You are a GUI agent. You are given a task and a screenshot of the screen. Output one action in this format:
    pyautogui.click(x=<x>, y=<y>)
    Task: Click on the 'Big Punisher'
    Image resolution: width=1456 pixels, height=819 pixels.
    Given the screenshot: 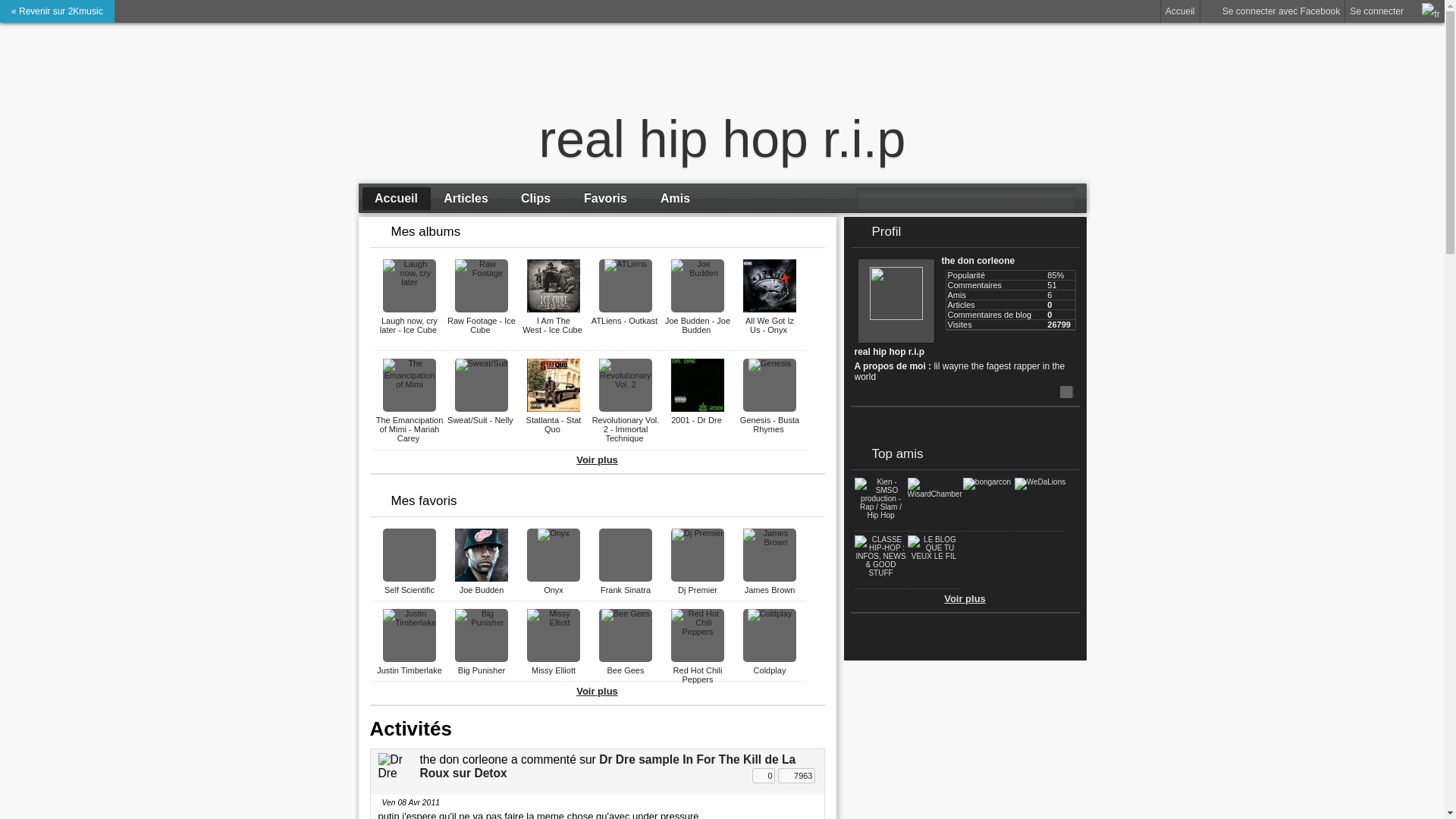 What is the action you would take?
    pyautogui.click(x=480, y=669)
    